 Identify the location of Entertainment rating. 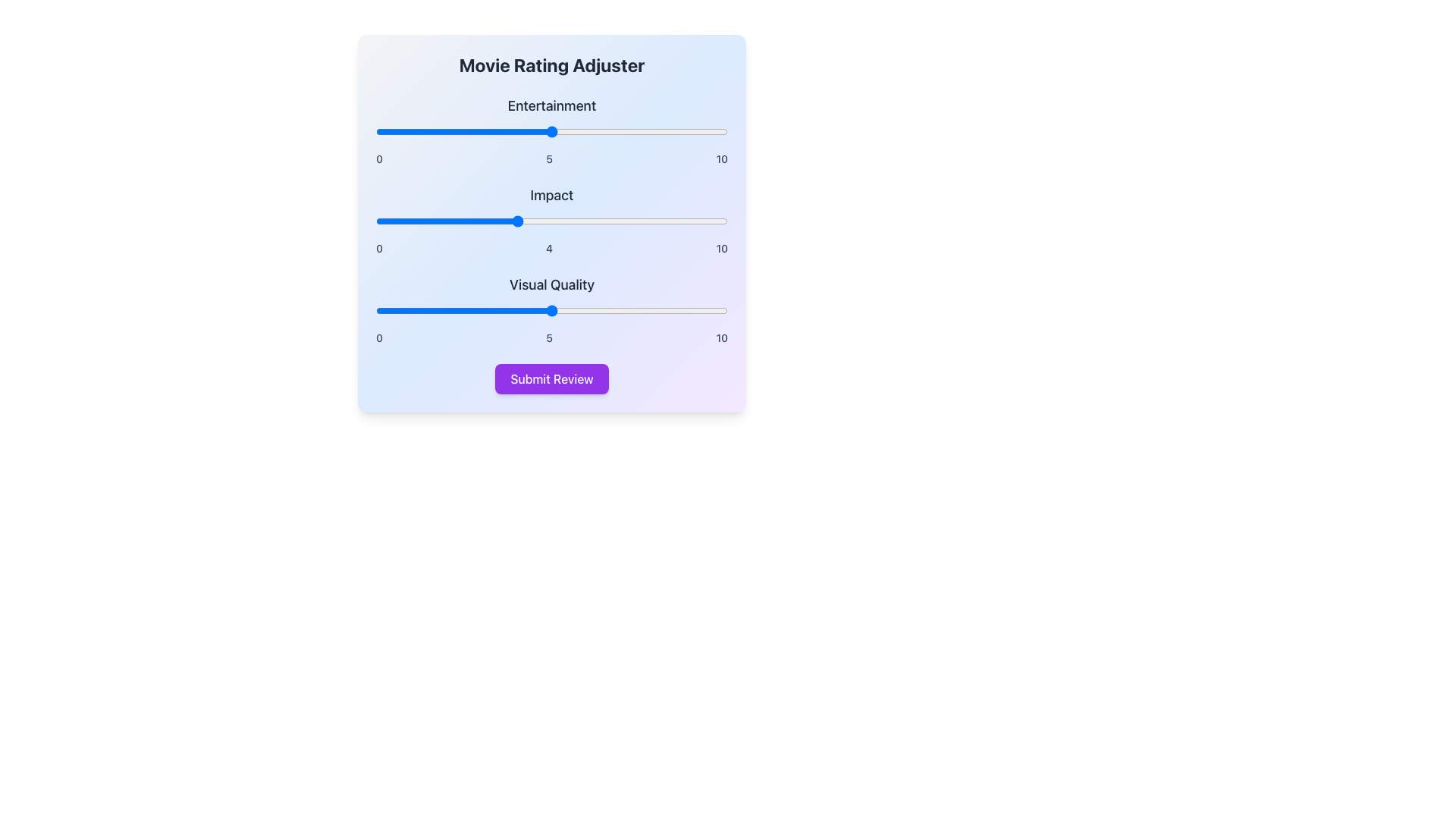
(551, 130).